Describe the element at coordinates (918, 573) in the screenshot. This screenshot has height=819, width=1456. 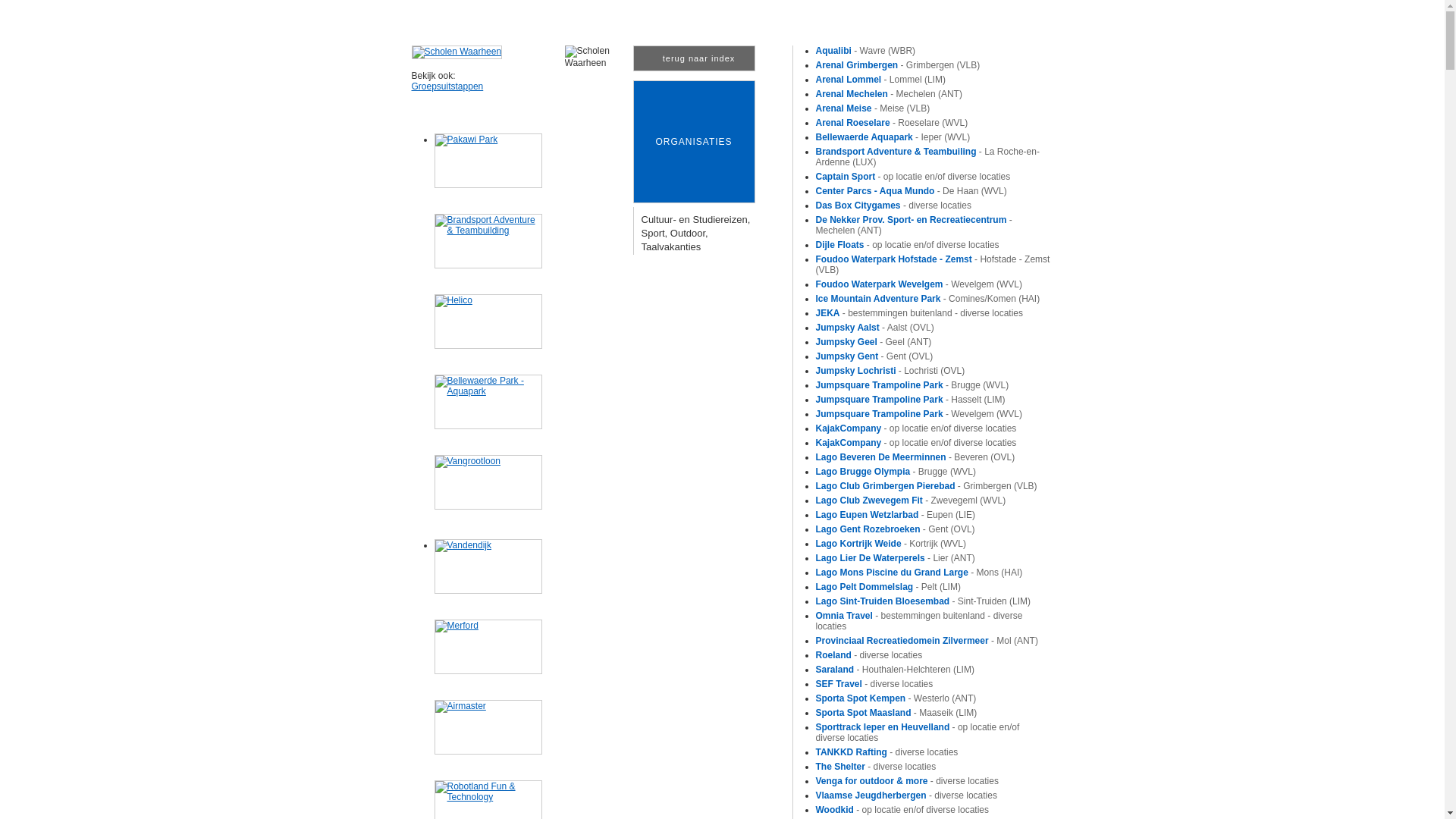
I see `'Lago Mons Piscine du Grand Large - Mons (HAI)'` at that location.